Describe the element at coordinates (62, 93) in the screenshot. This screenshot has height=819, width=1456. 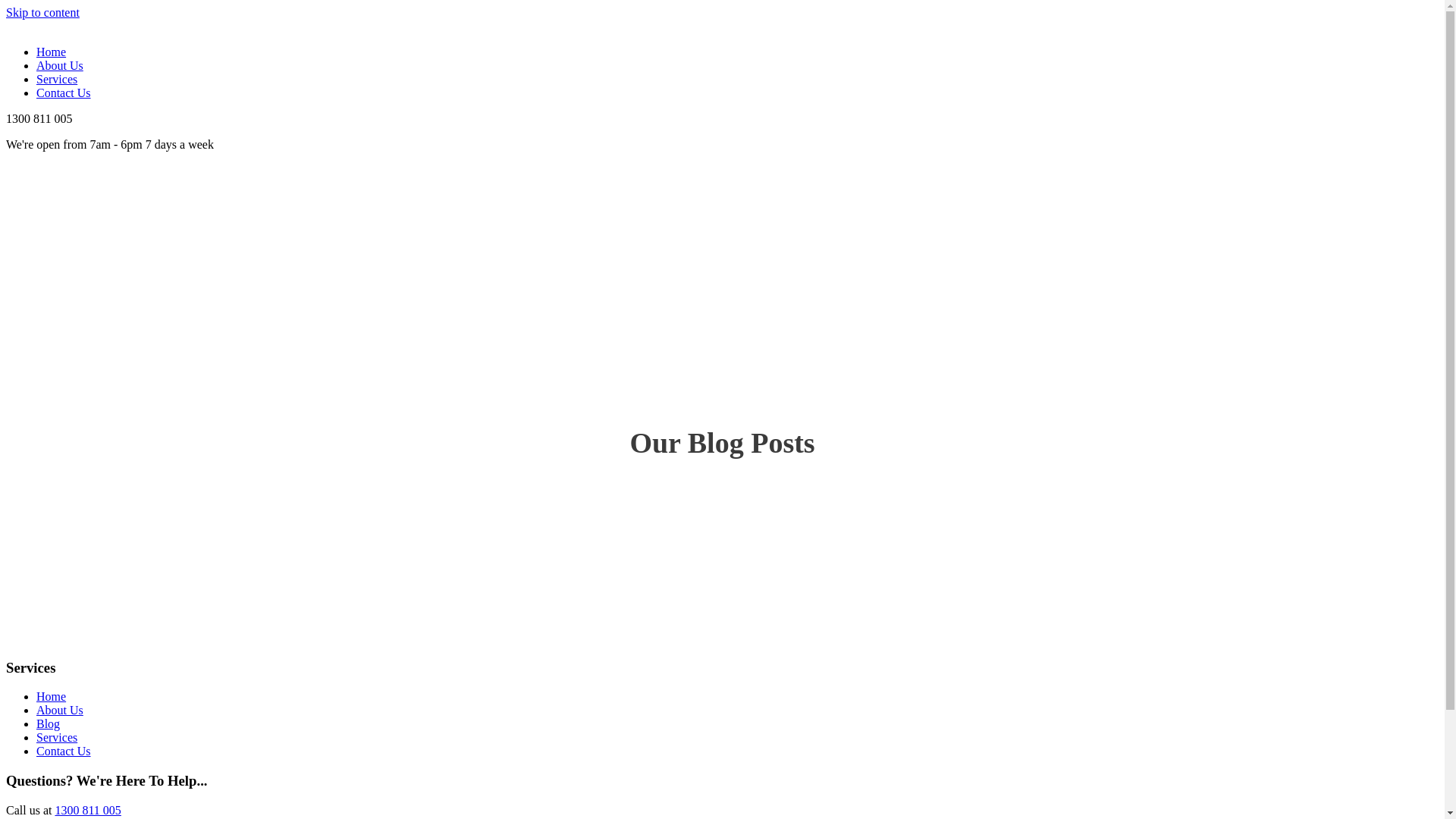
I see `'Contact Us'` at that location.